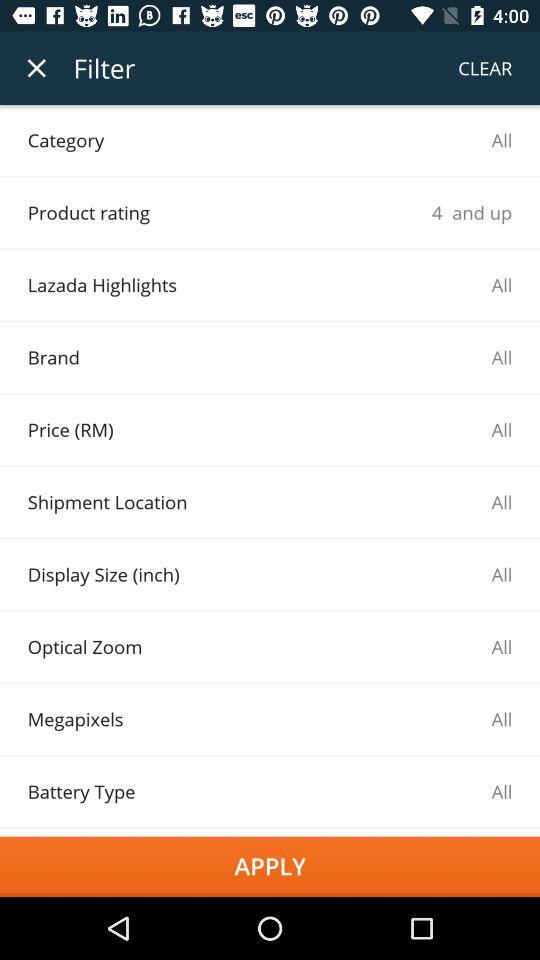 This screenshot has width=540, height=960. Describe the element at coordinates (36, 68) in the screenshot. I see `item above category` at that location.